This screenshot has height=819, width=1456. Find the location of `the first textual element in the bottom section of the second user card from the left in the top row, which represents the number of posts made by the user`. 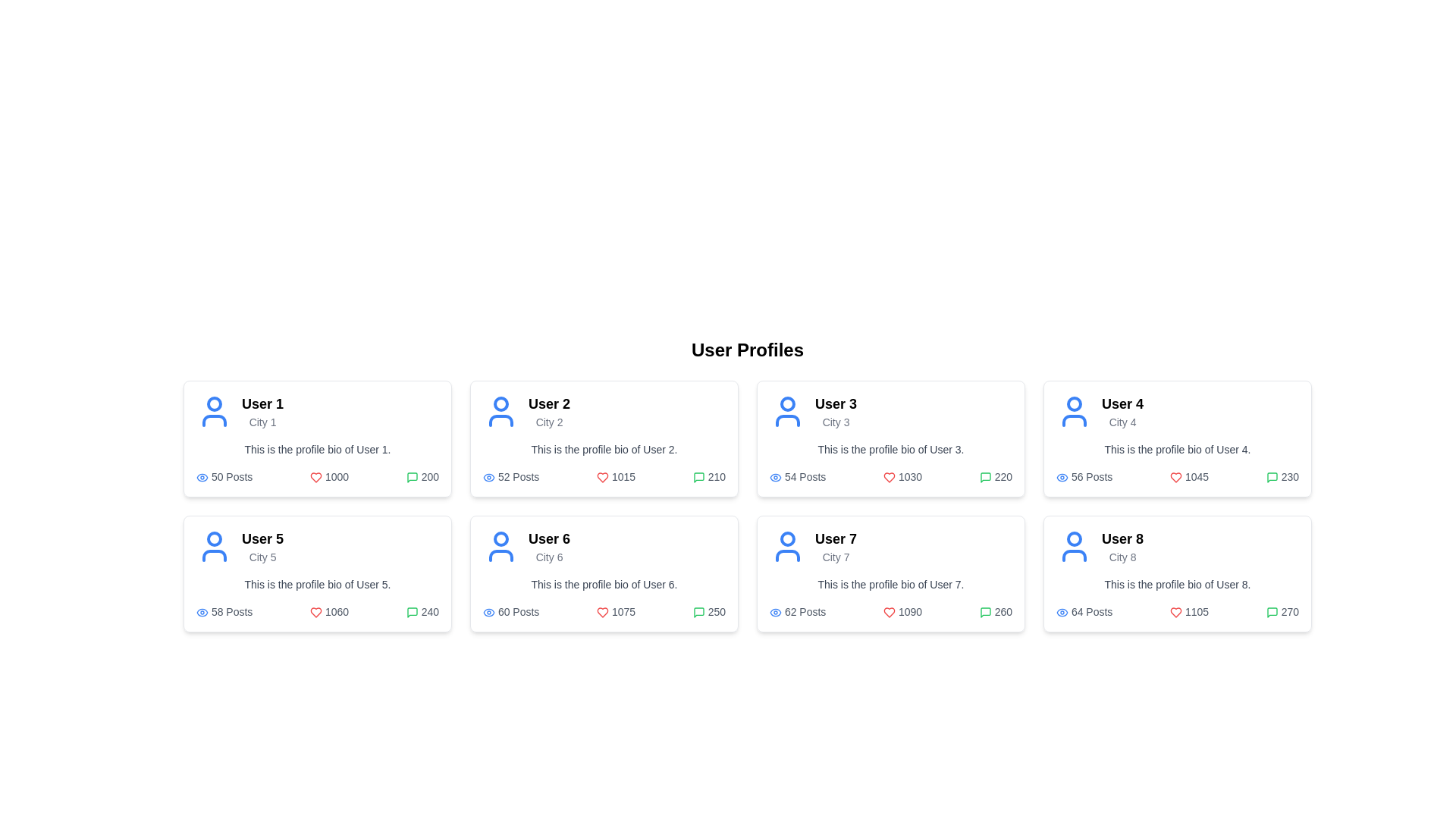

the first textual element in the bottom section of the second user card from the left in the top row, which represents the number of posts made by the user is located at coordinates (511, 475).